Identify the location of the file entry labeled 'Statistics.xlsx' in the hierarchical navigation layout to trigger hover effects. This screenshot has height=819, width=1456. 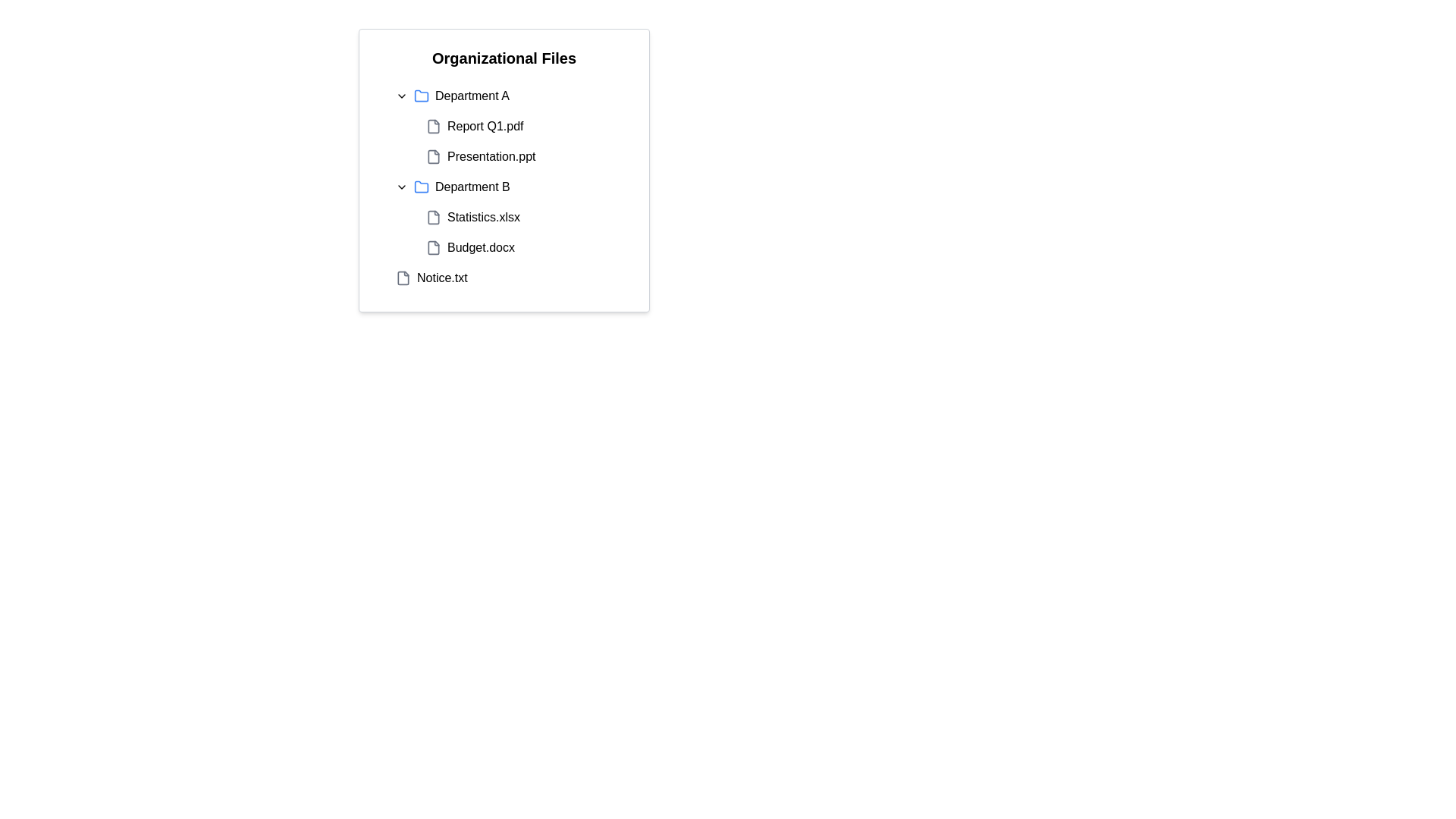
(519, 217).